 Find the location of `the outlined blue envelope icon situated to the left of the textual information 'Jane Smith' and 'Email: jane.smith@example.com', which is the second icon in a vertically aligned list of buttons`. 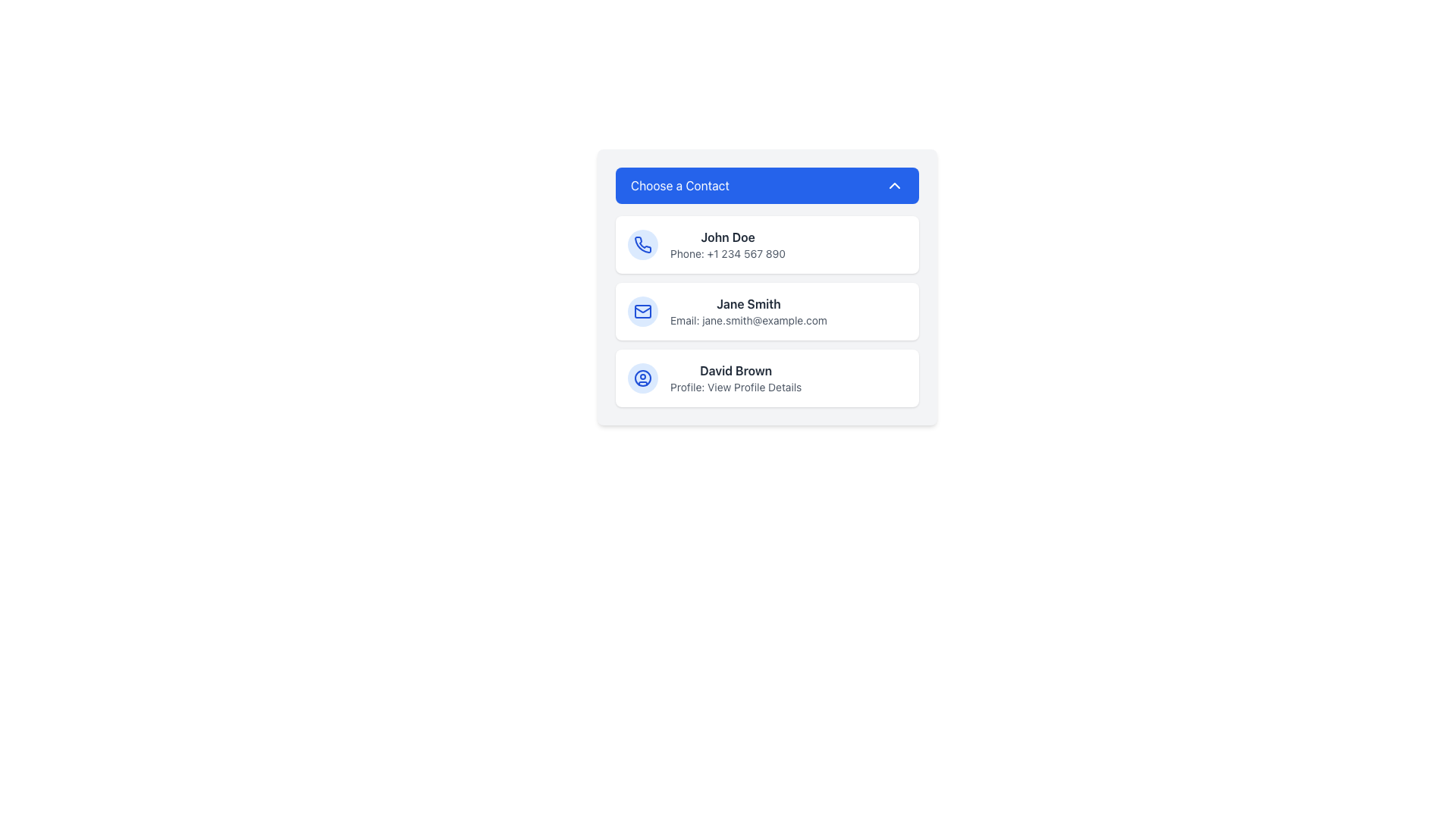

the outlined blue envelope icon situated to the left of the textual information 'Jane Smith' and 'Email: jane.smith@example.com', which is the second icon in a vertically aligned list of buttons is located at coordinates (643, 311).